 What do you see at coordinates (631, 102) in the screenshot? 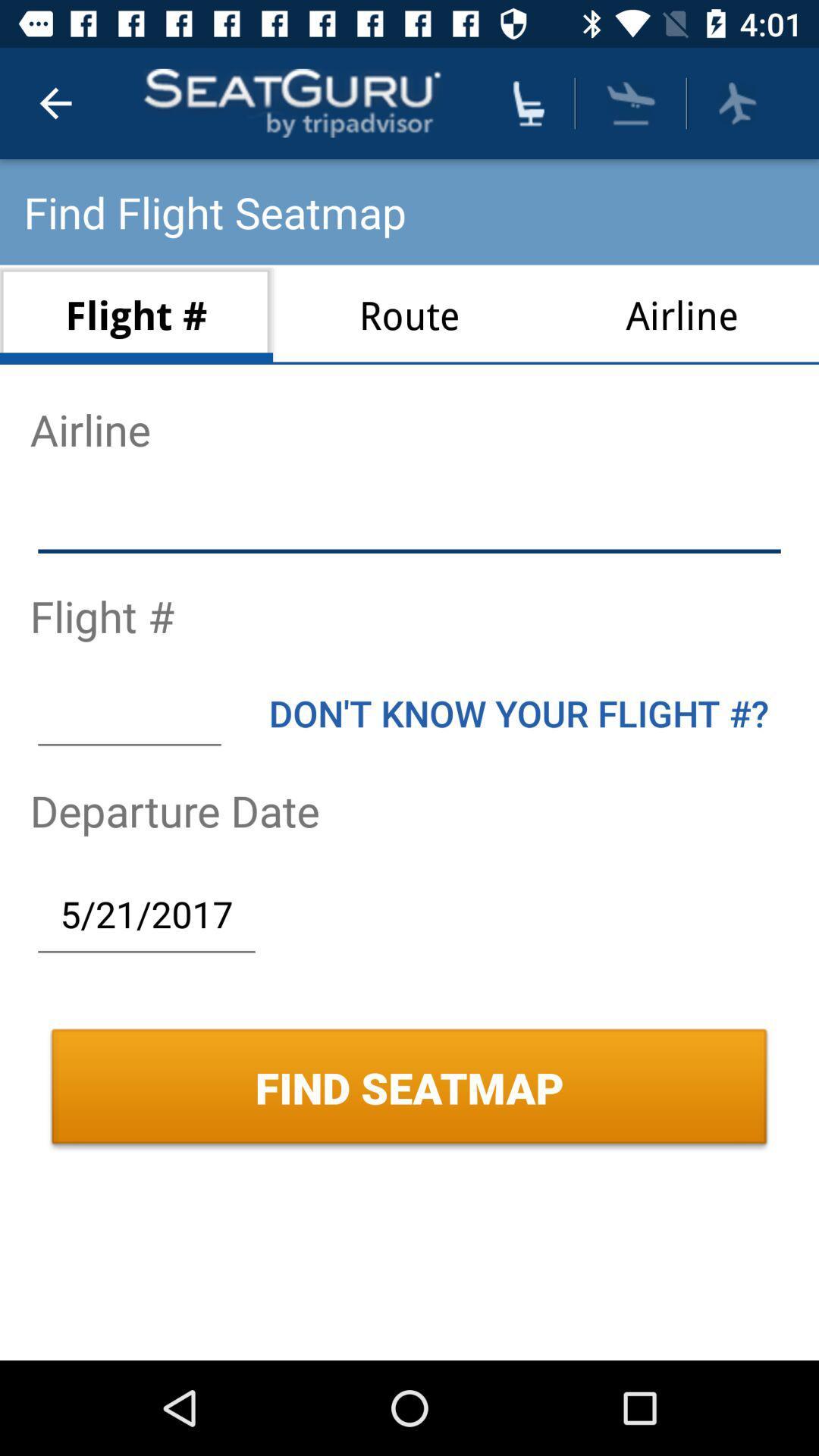
I see `flight` at bounding box center [631, 102].